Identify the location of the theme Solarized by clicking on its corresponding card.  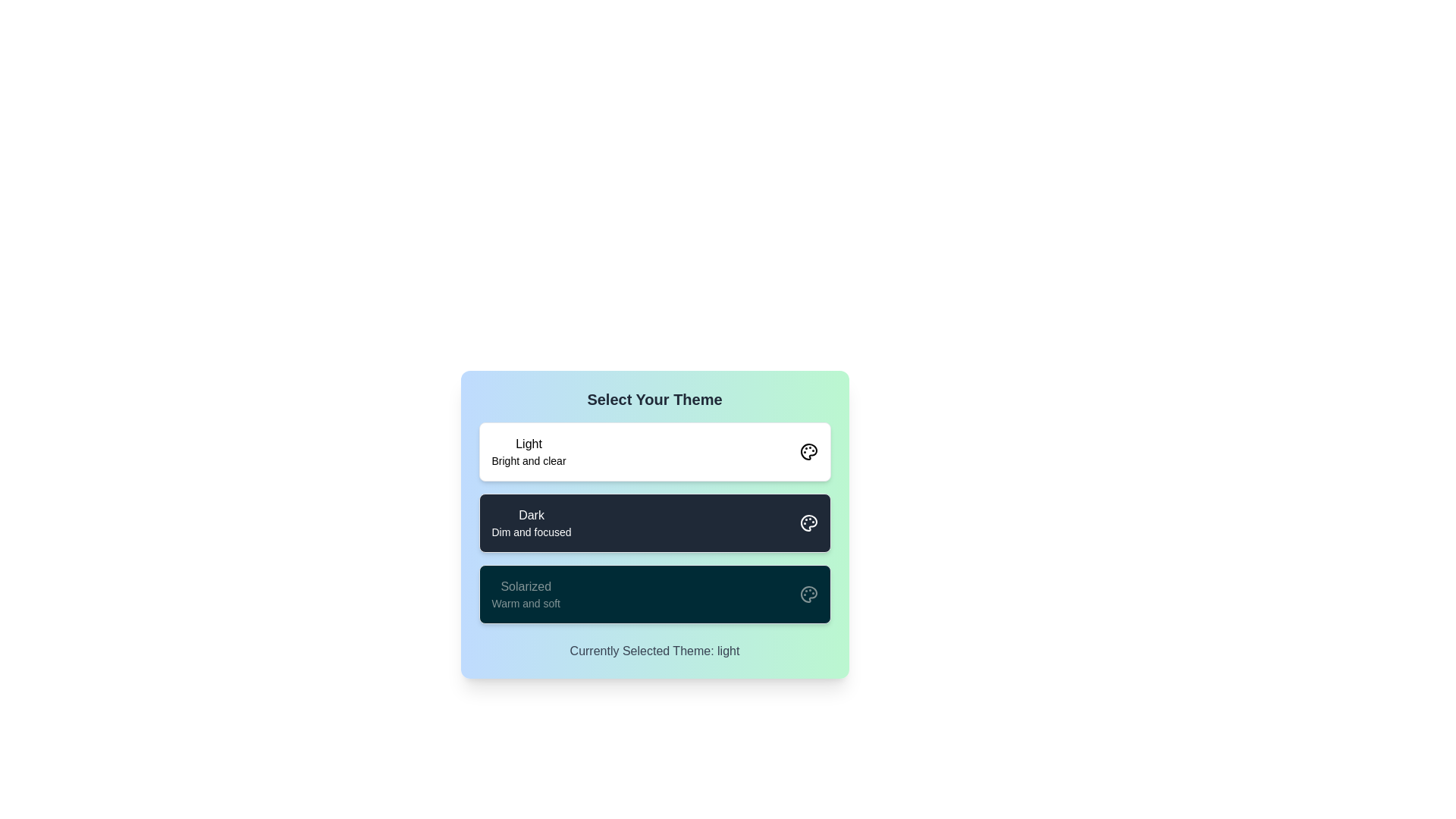
(654, 593).